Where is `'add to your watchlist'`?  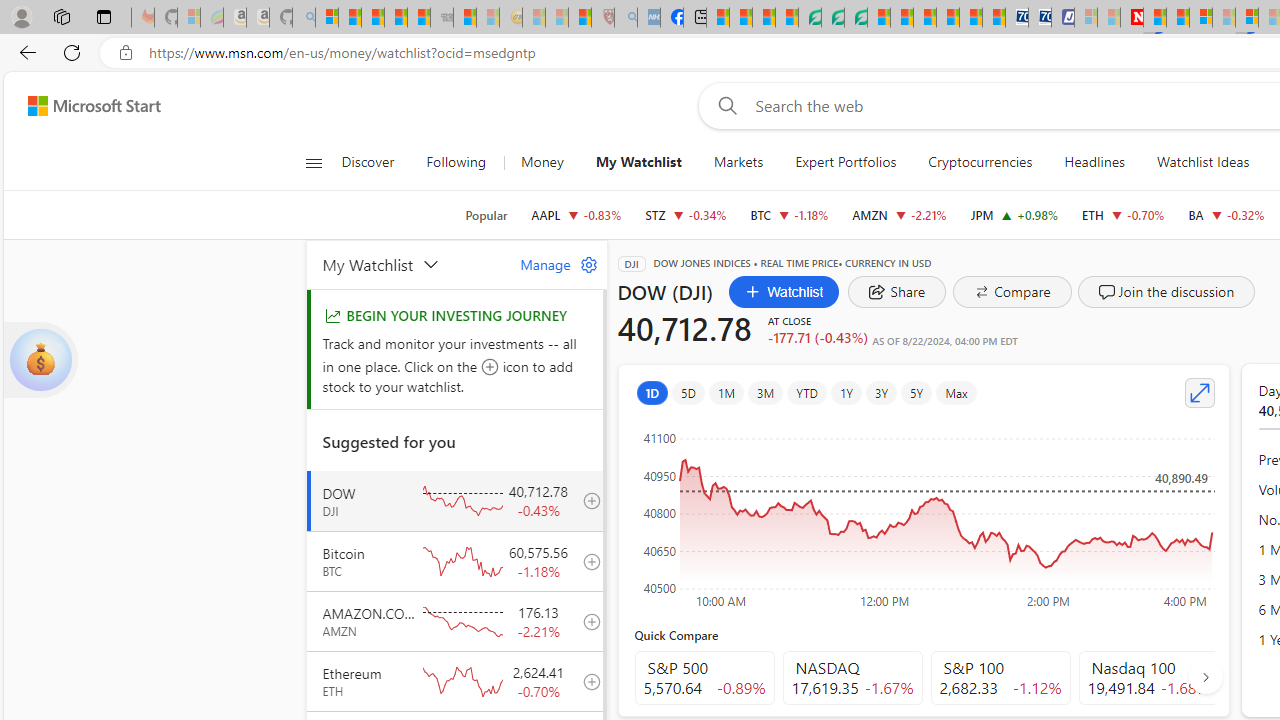 'add to your watchlist' is located at coordinates (585, 680).